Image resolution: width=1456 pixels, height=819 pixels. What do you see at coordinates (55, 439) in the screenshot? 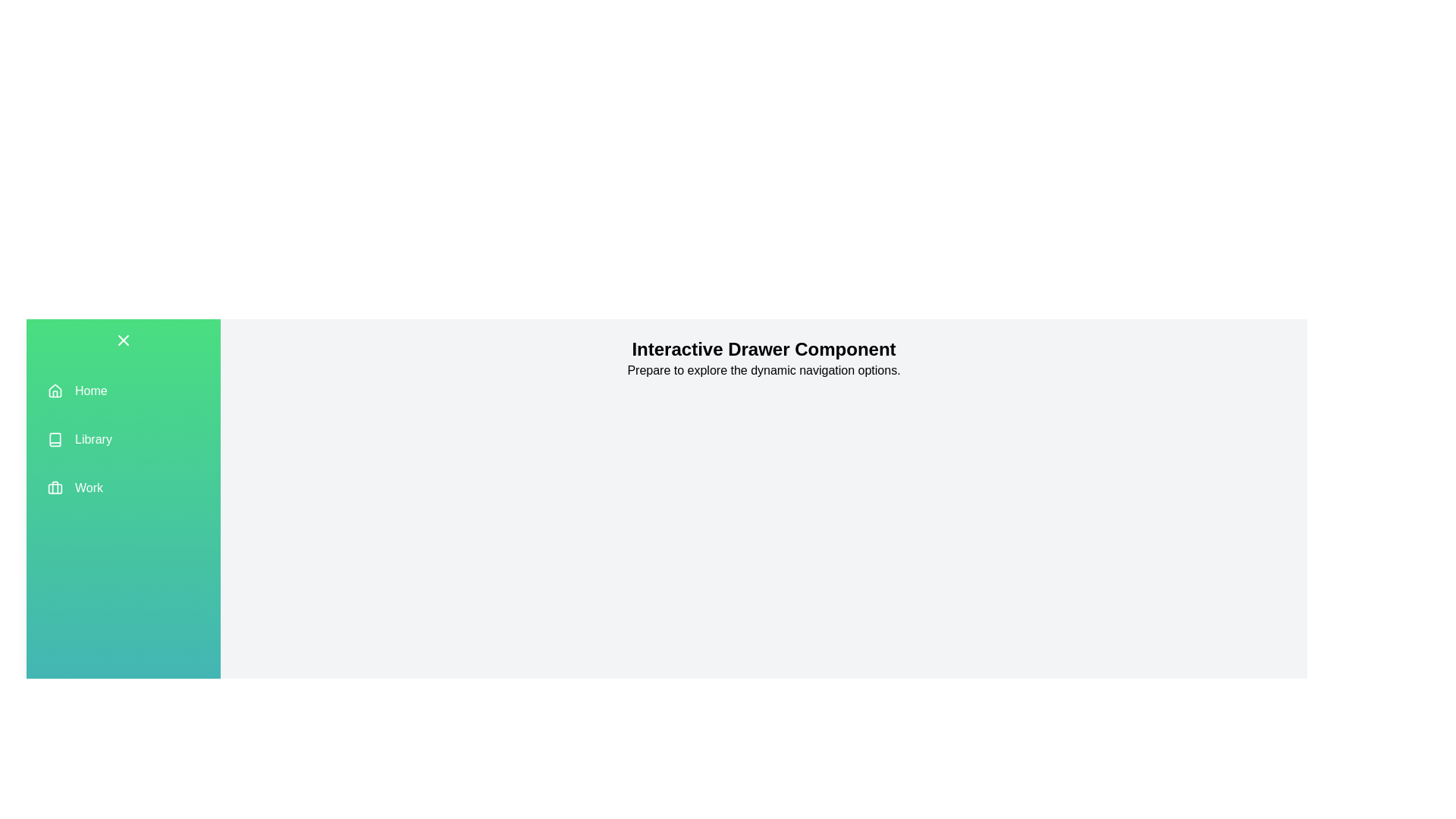
I see `the Library icon to trigger its functionality` at bounding box center [55, 439].